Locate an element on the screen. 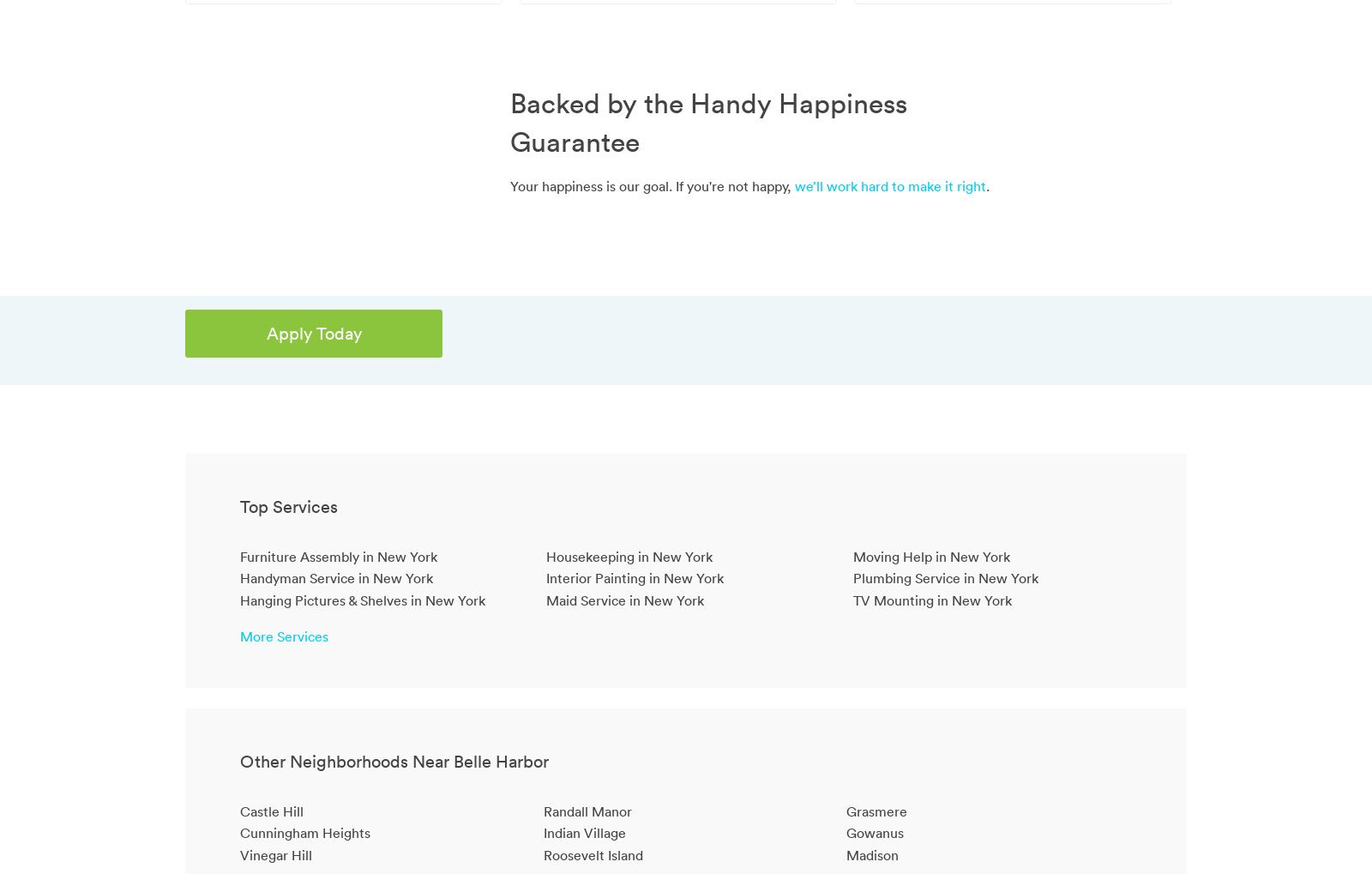  'Indian Village' is located at coordinates (583, 832).